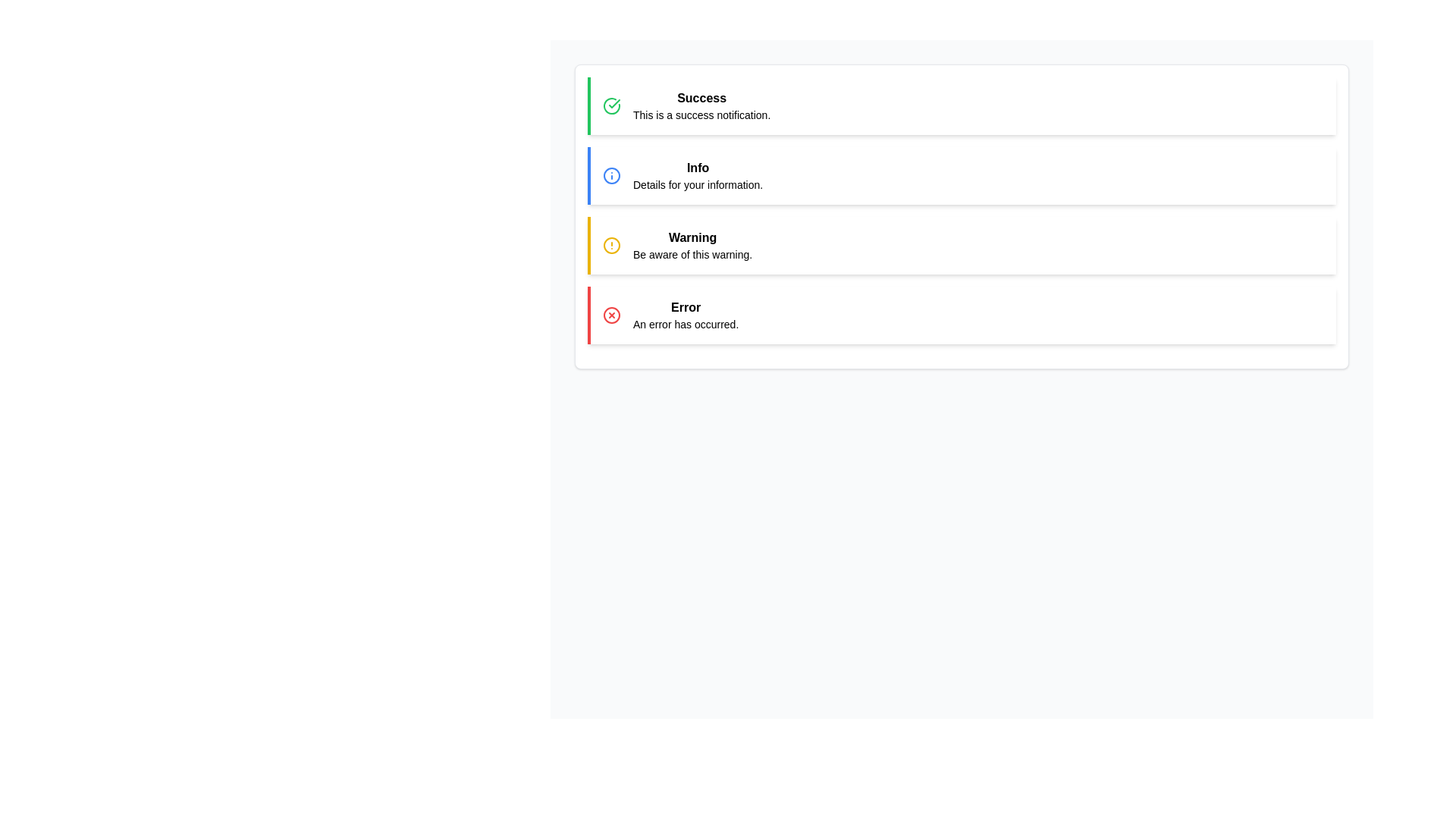 Image resolution: width=1456 pixels, height=819 pixels. I want to click on the leftmost icon in the second notification card labeled 'Info' to signify that the following text pertains to information, so click(611, 174).